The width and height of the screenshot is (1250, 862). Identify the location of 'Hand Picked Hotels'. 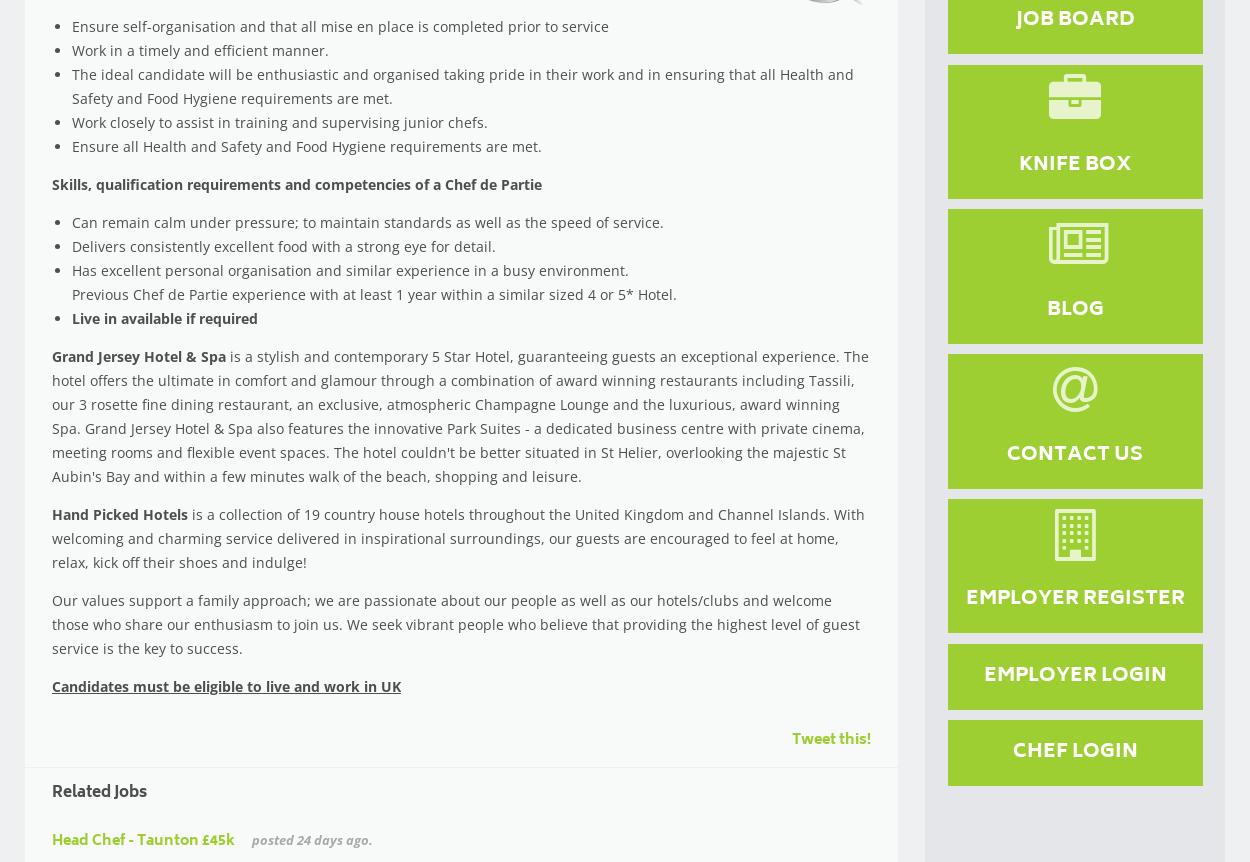
(119, 512).